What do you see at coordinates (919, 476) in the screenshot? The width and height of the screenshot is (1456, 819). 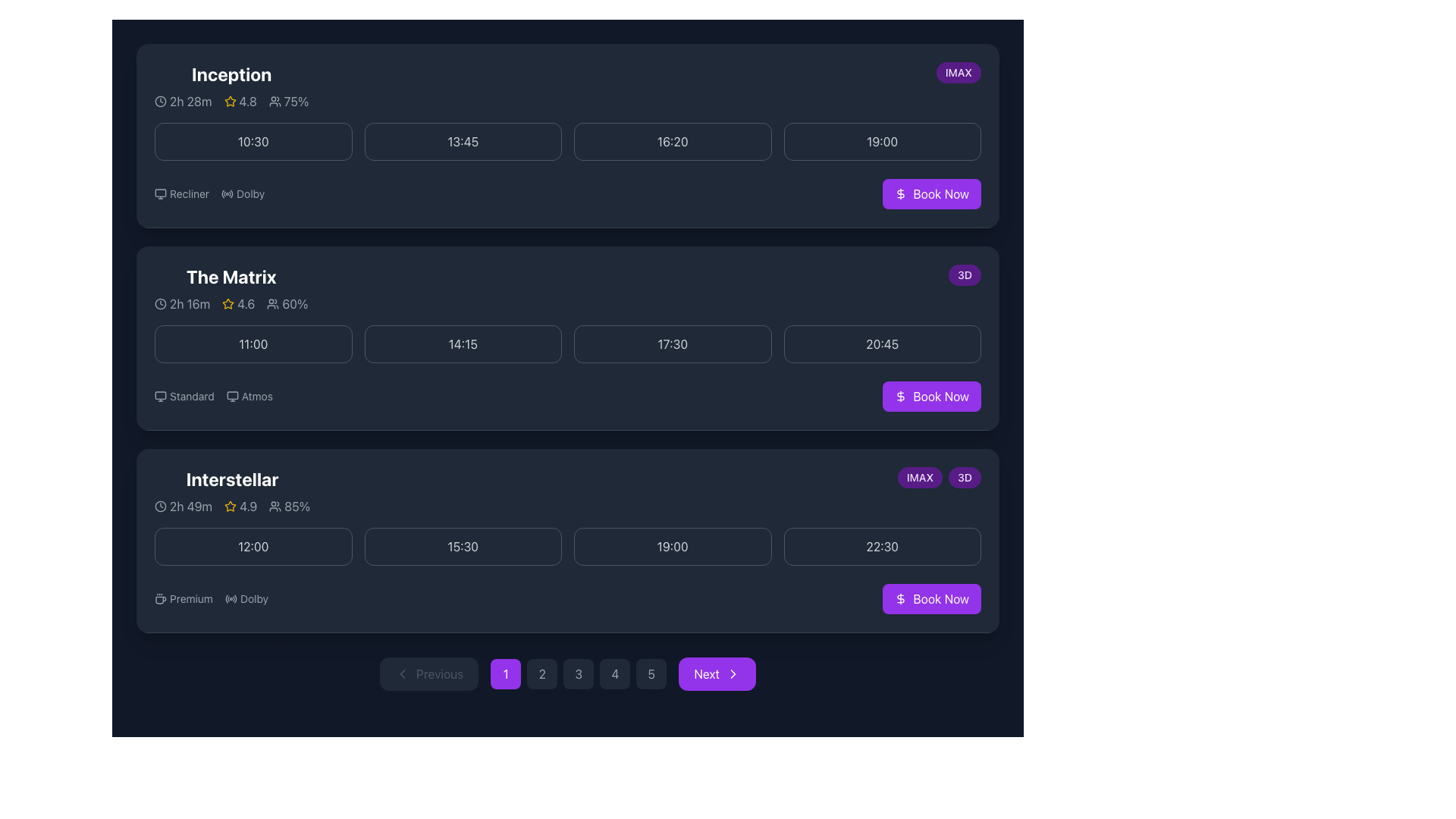 I see `label indicating that the movie 'Interstellar' is available in the IMAX format, positioned in the bottom section of the layout next to the '3D' badge` at bounding box center [919, 476].